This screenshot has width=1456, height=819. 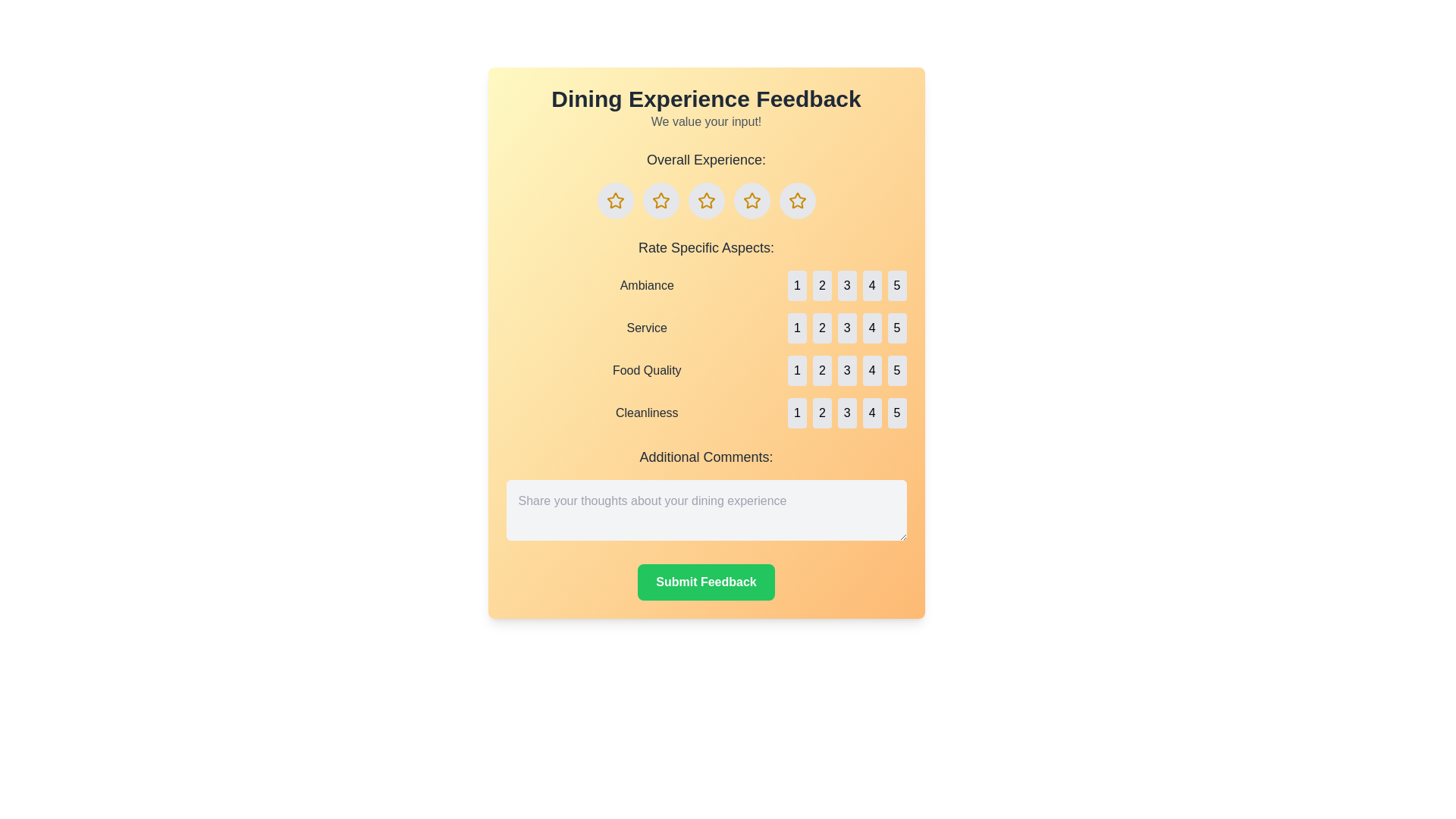 I want to click on the fifth button labeled '5' in the 'Ambiance' rating category, so click(x=897, y=286).